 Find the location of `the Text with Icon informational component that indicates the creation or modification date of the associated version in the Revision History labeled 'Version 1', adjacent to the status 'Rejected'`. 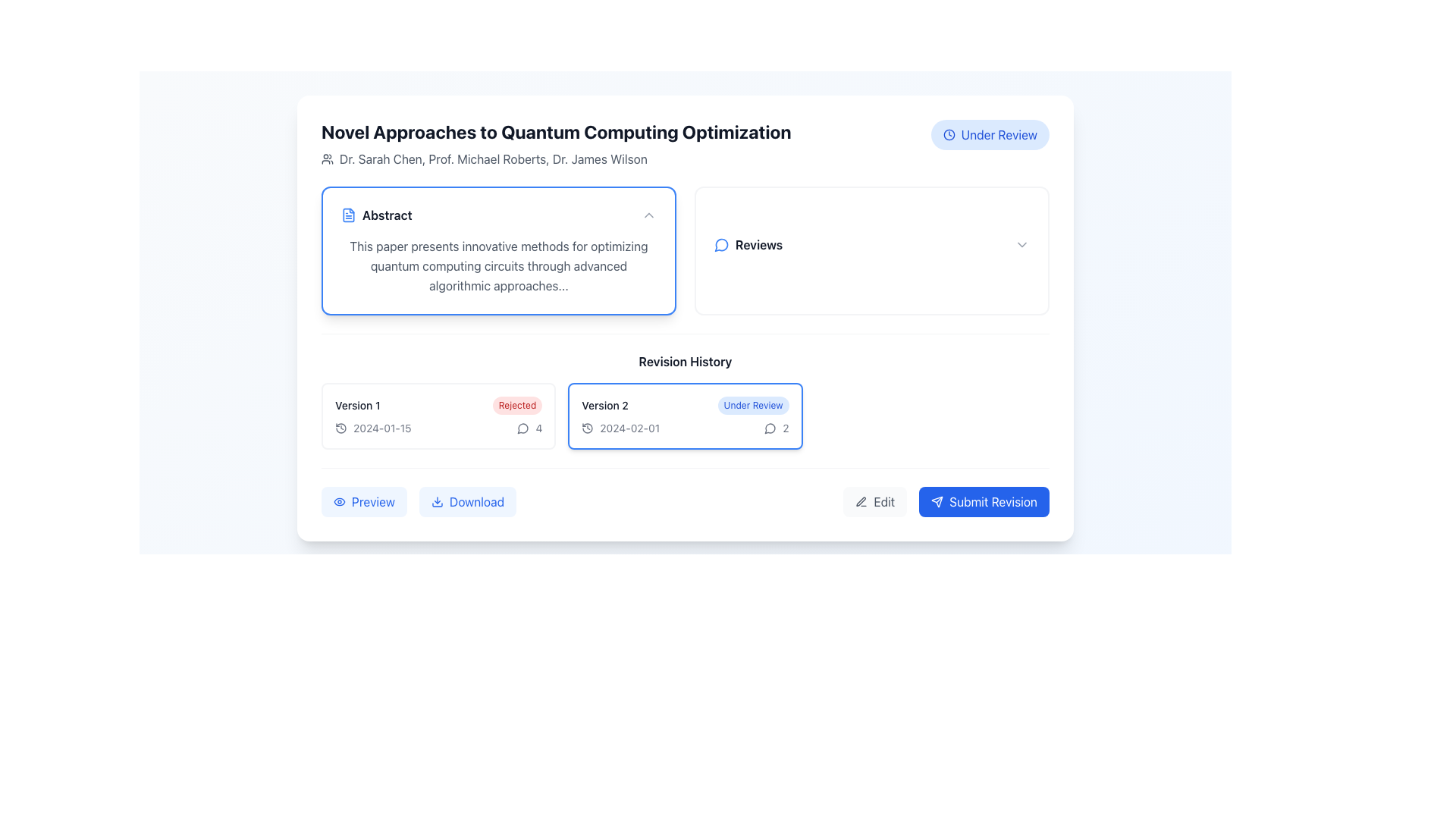

the Text with Icon informational component that indicates the creation or modification date of the associated version in the Revision History labeled 'Version 1', adjacent to the status 'Rejected' is located at coordinates (373, 428).